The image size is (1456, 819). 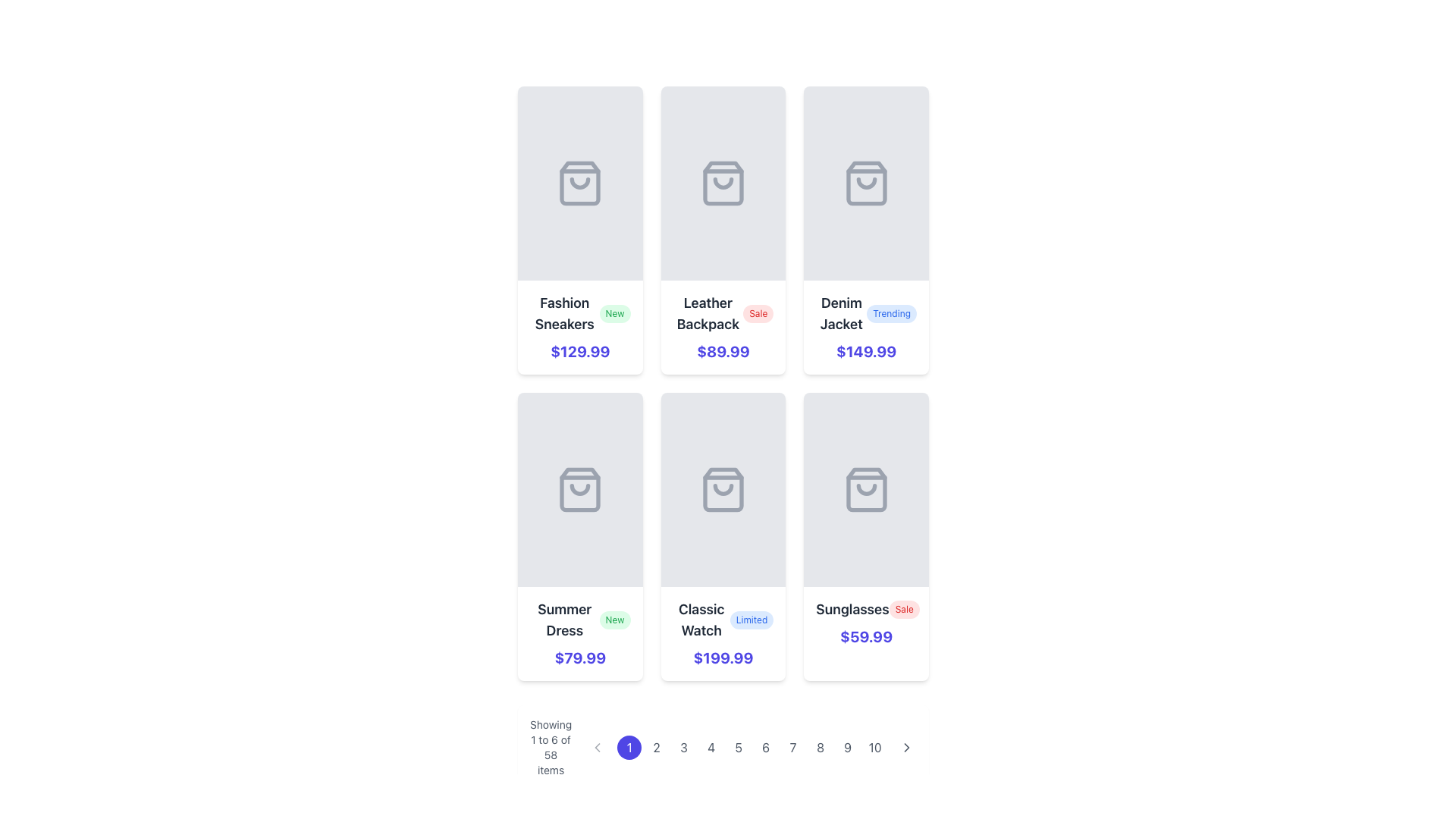 What do you see at coordinates (579, 657) in the screenshot?
I see `the price label displaying '$79.99', which is located at the bottom of the 'Summer Dress' product card, beneath the product title and 'New' label` at bounding box center [579, 657].